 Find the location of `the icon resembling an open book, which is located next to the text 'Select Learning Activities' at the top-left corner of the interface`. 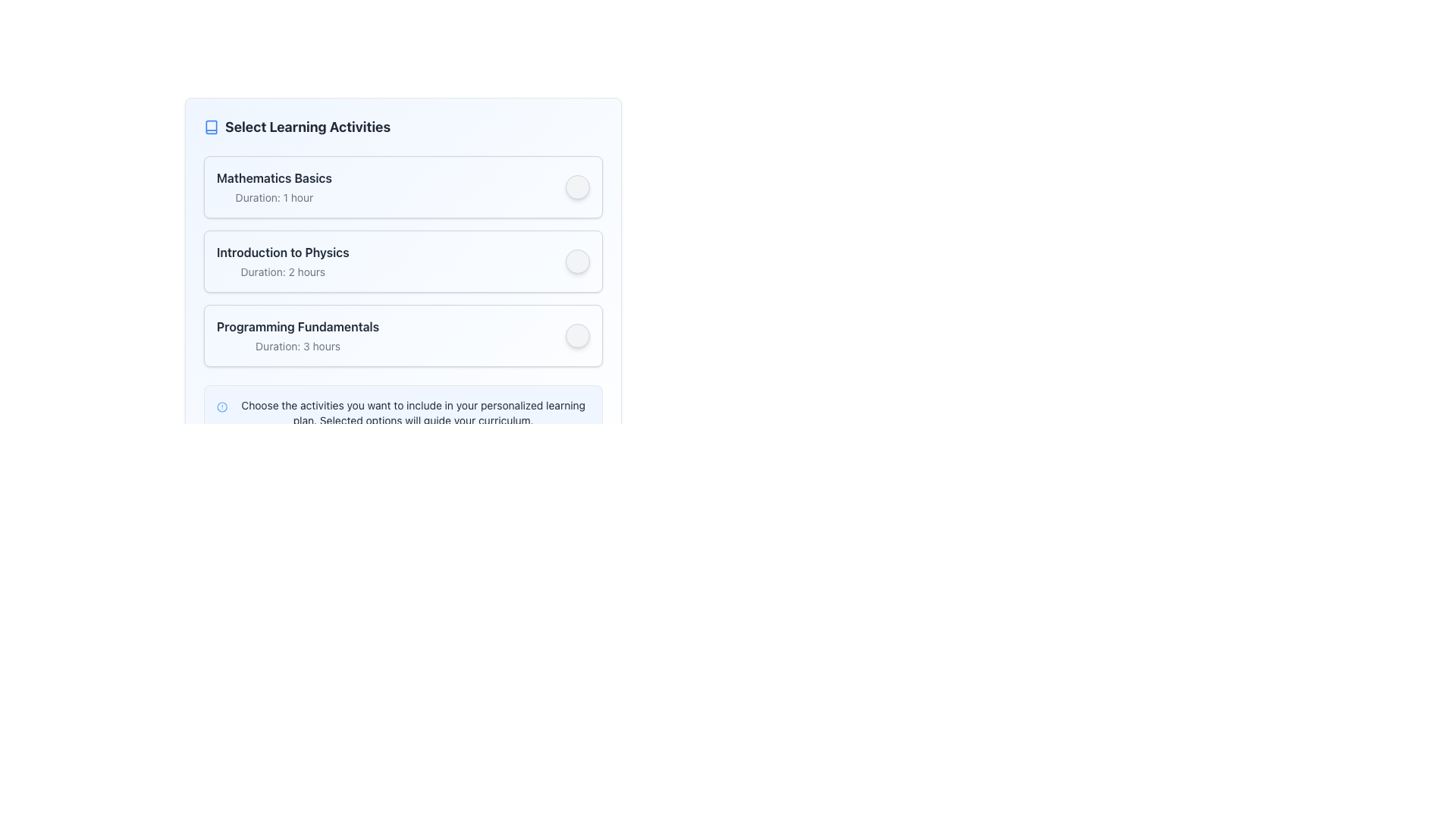

the icon resembling an open book, which is located next to the text 'Select Learning Activities' at the top-left corner of the interface is located at coordinates (210, 127).